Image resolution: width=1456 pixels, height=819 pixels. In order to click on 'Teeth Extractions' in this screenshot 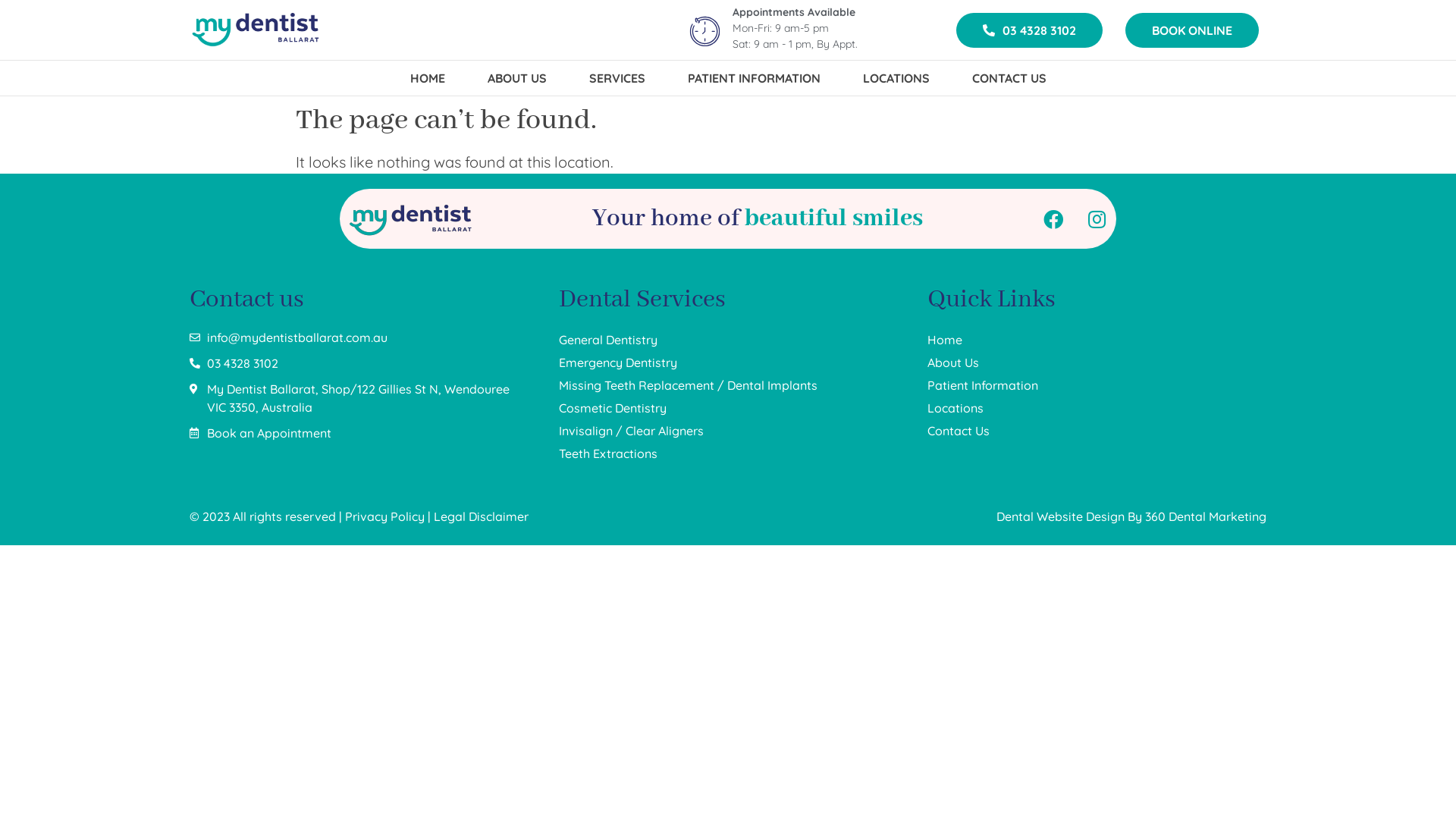, I will do `click(558, 452)`.